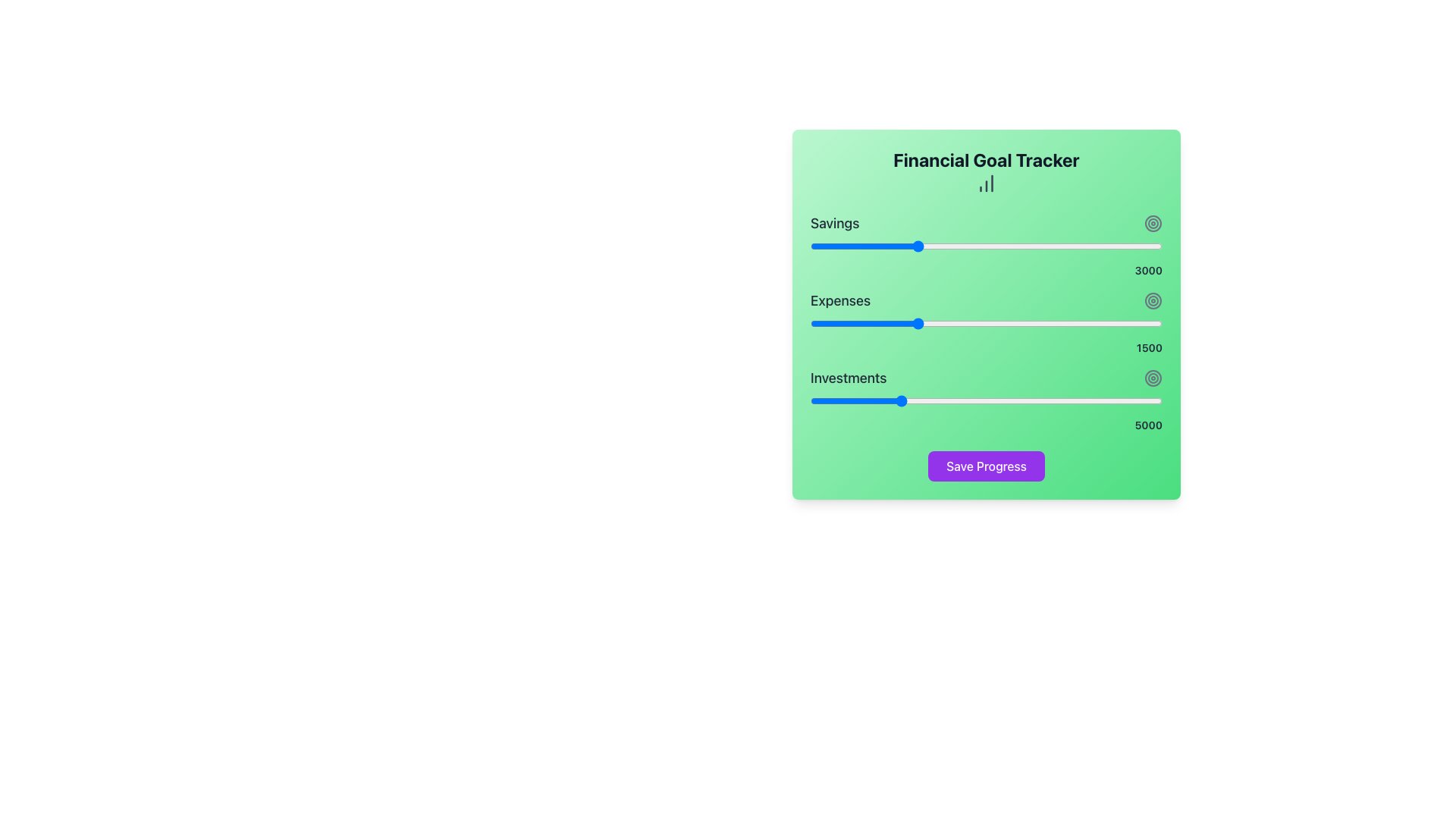 The image size is (1456, 819). I want to click on the investment goal, so click(1031, 400).